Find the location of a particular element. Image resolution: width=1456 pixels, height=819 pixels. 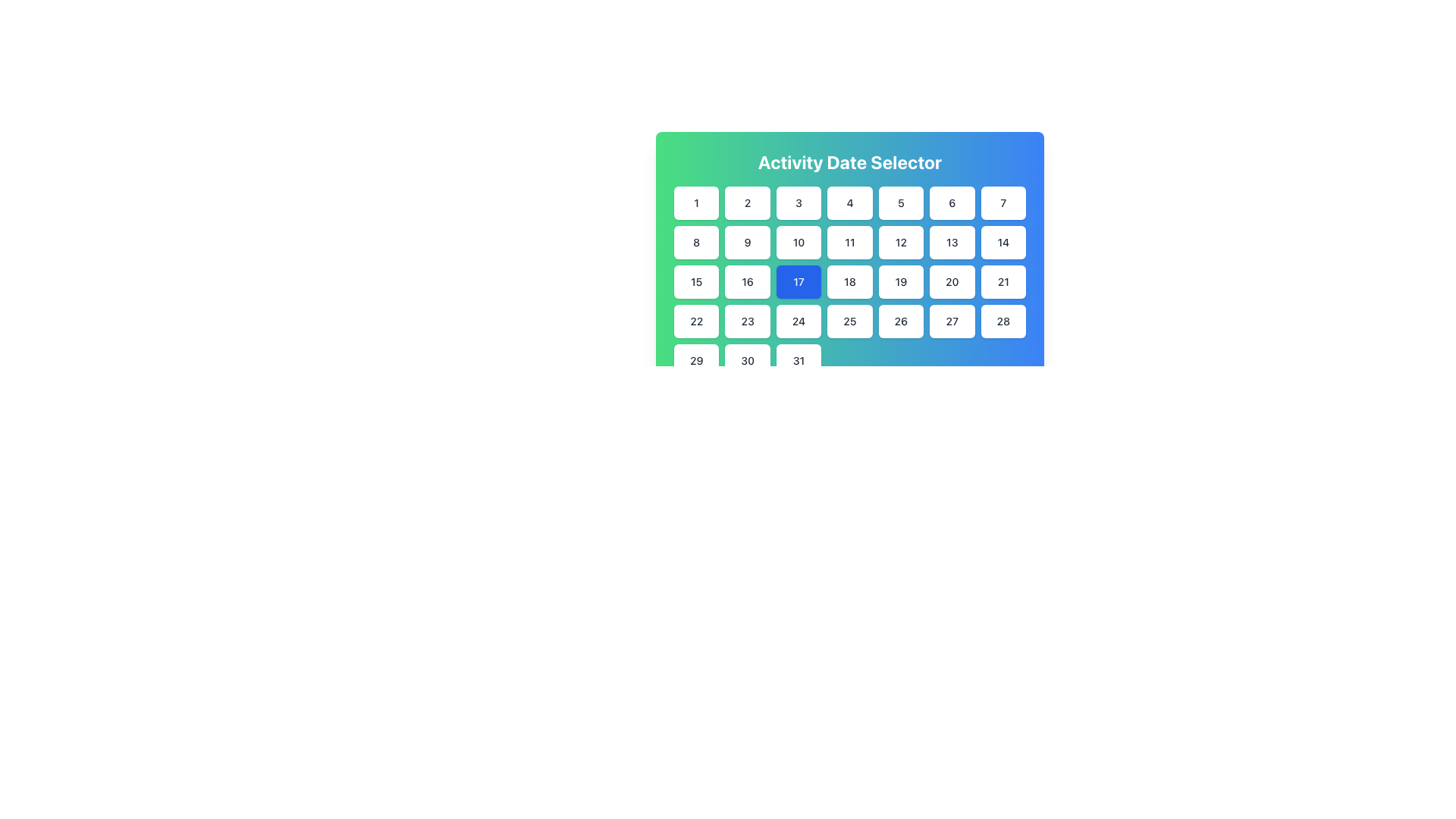

the date selector button located in the third row and first column of the grid is located at coordinates (695, 281).